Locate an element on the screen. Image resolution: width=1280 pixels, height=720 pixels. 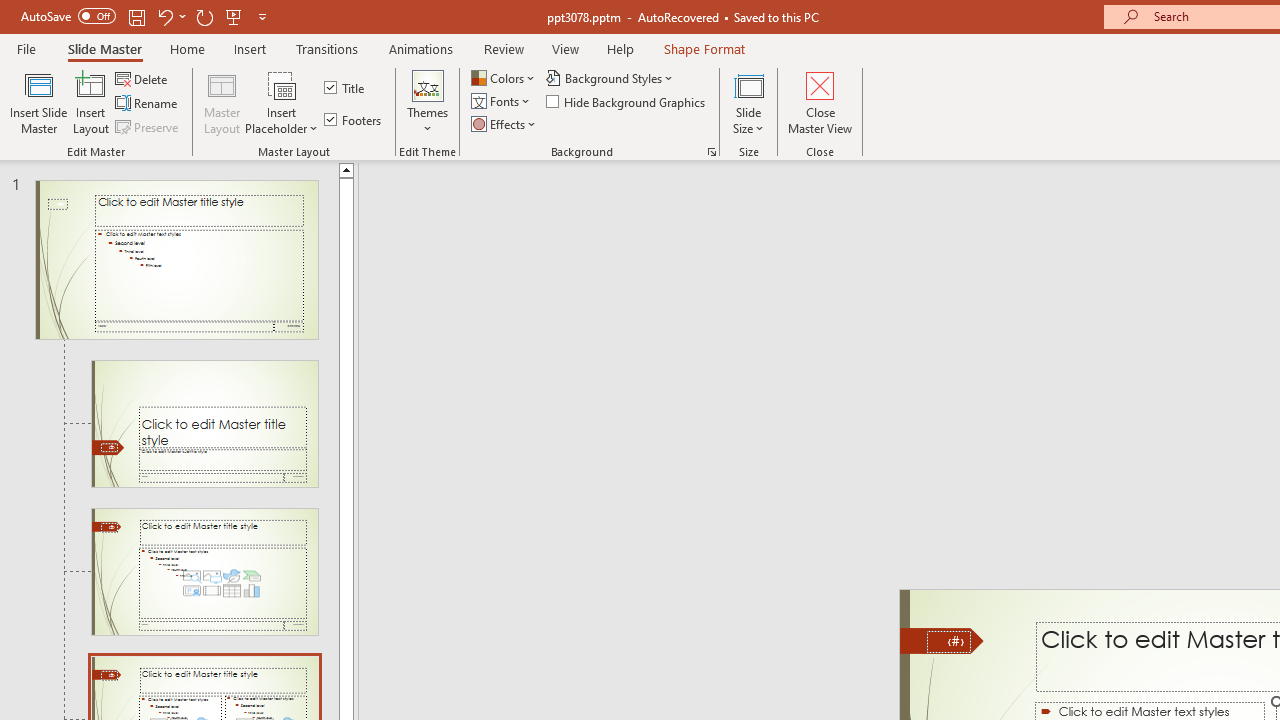
'Themes' is located at coordinates (426, 103).